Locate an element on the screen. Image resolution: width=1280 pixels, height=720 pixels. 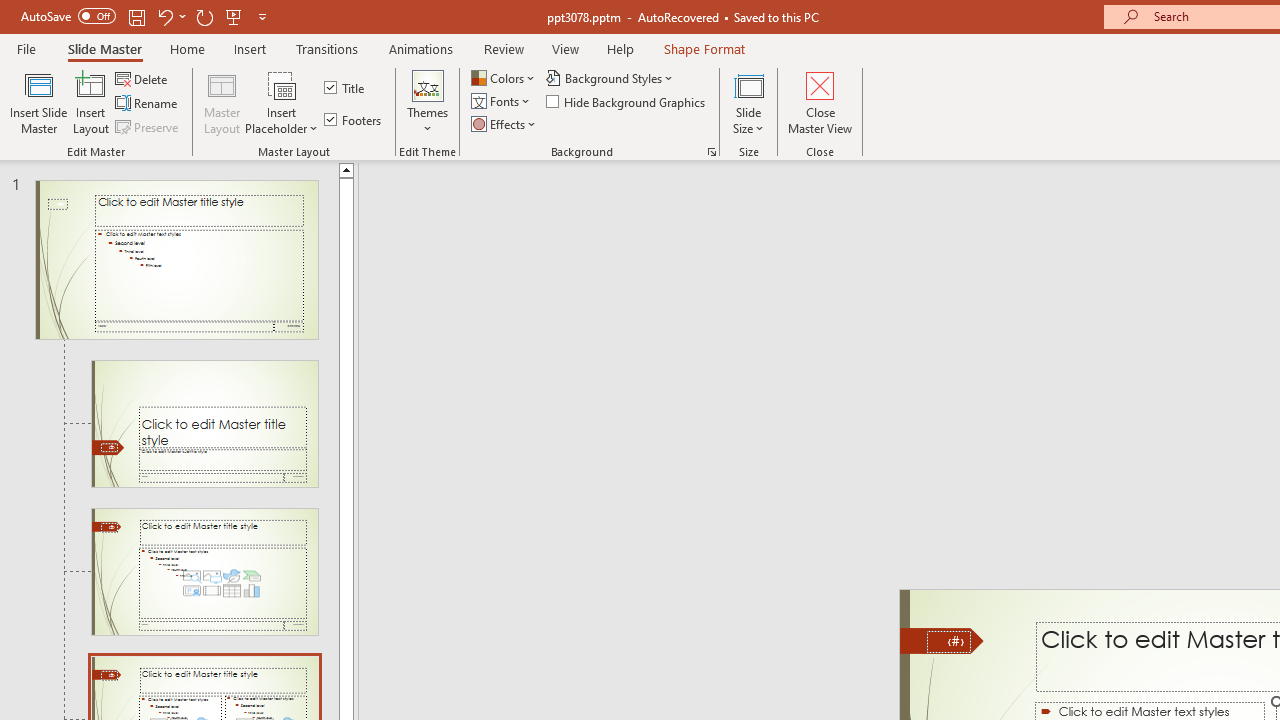
'Themes' is located at coordinates (426, 103).